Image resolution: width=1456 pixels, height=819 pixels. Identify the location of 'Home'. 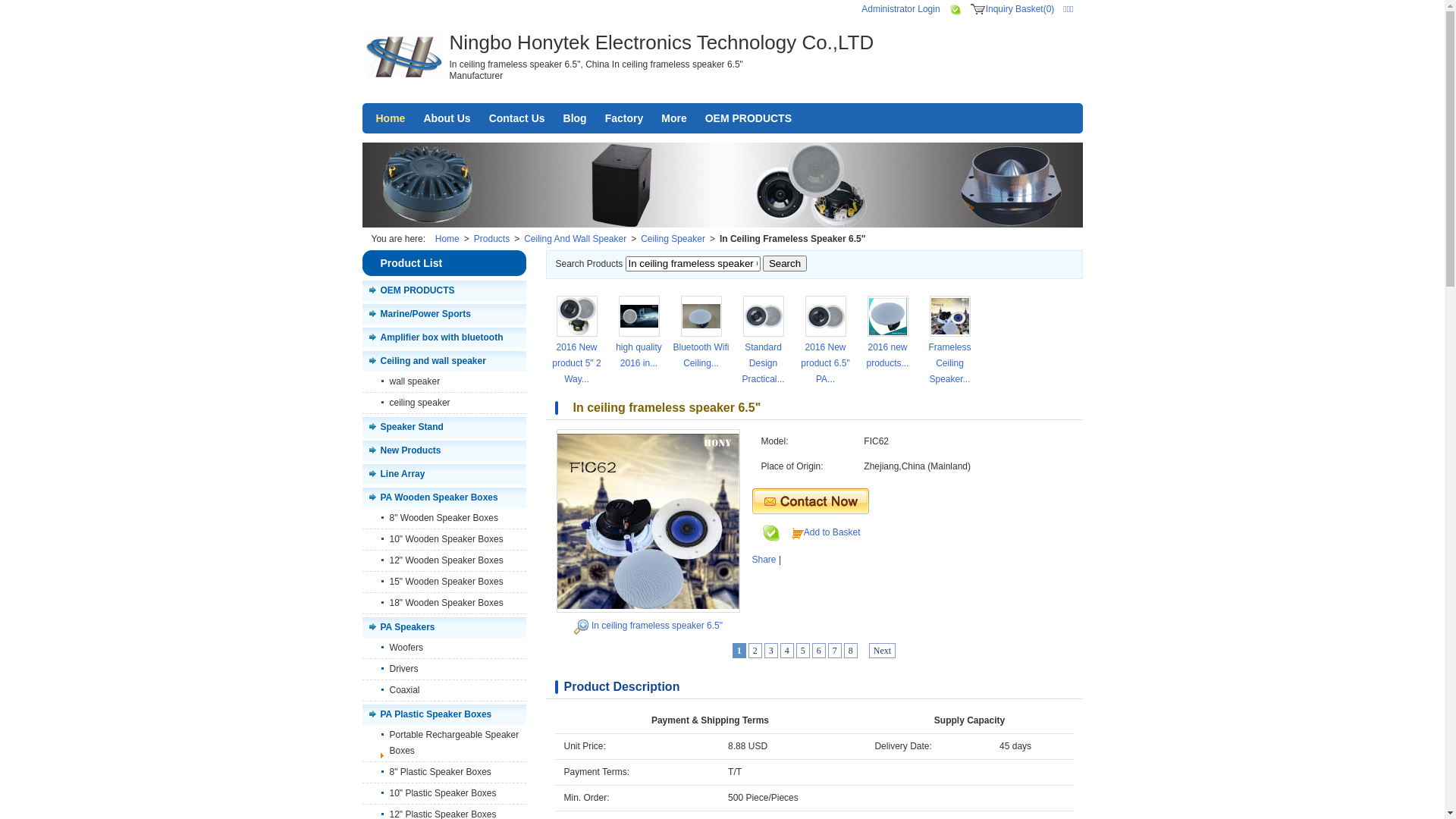
(391, 117).